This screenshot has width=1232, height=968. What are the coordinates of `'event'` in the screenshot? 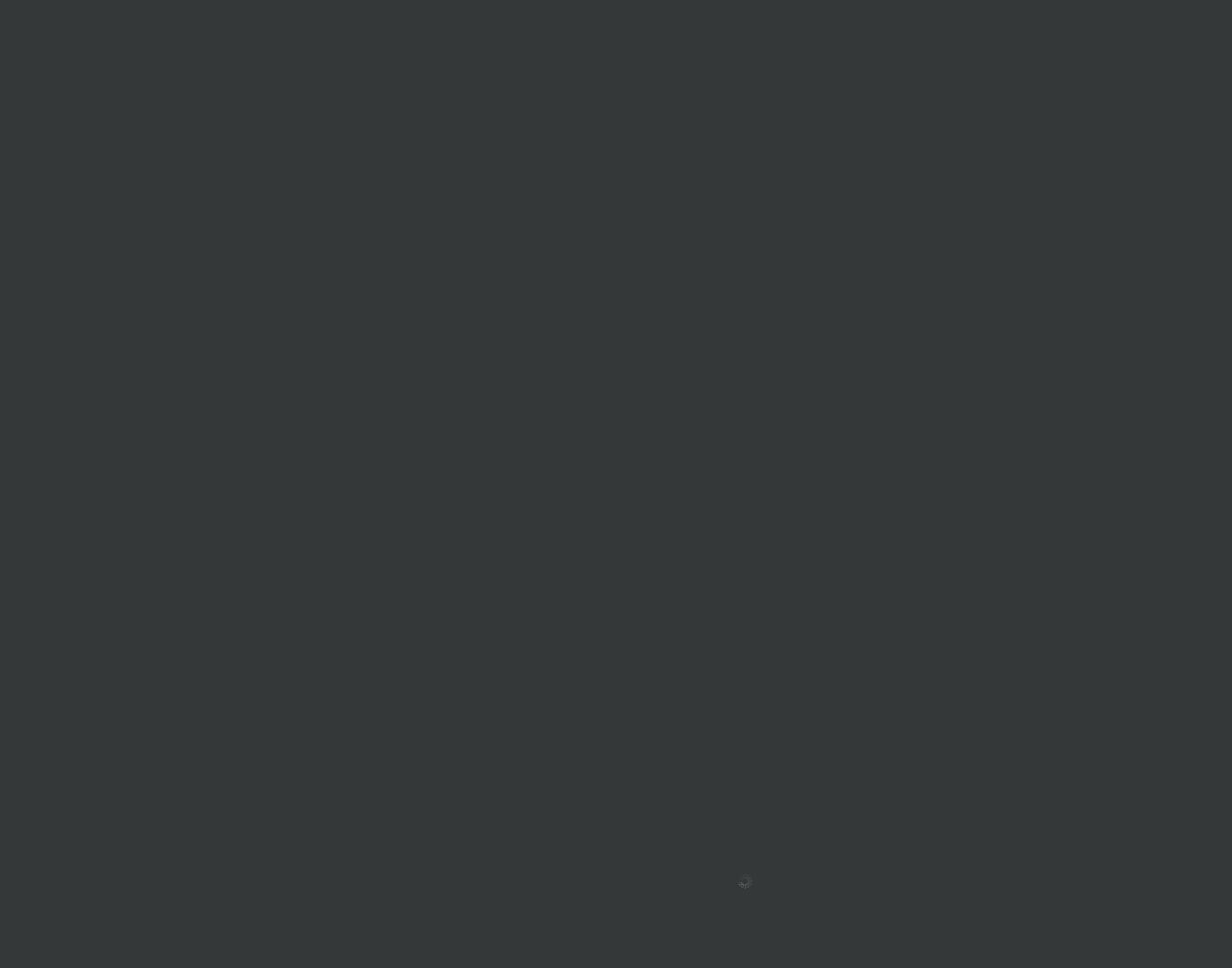 It's located at (608, 742).